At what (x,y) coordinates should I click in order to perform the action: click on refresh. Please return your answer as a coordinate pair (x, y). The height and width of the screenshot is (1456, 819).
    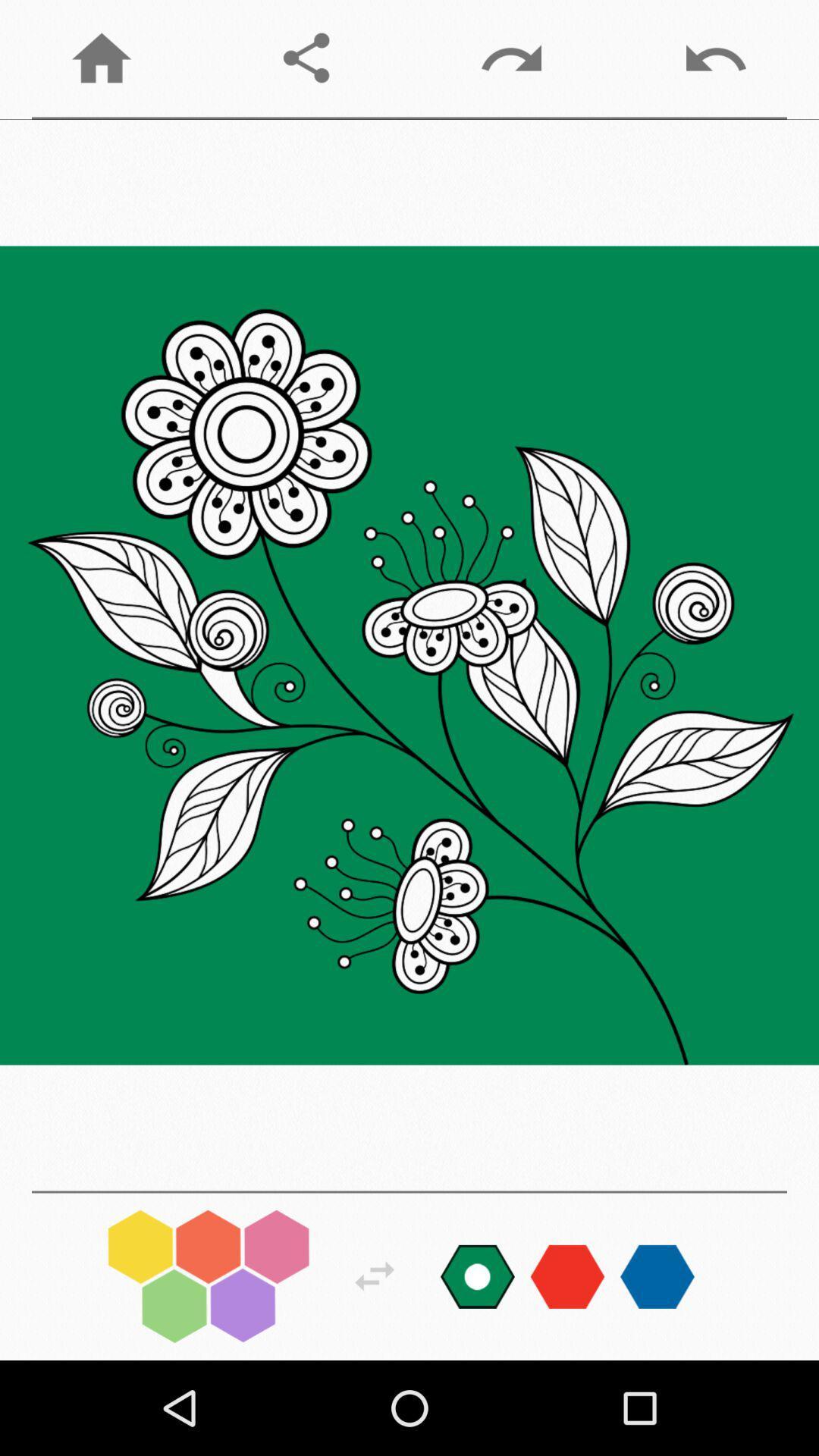
    Looking at the image, I should click on (375, 1276).